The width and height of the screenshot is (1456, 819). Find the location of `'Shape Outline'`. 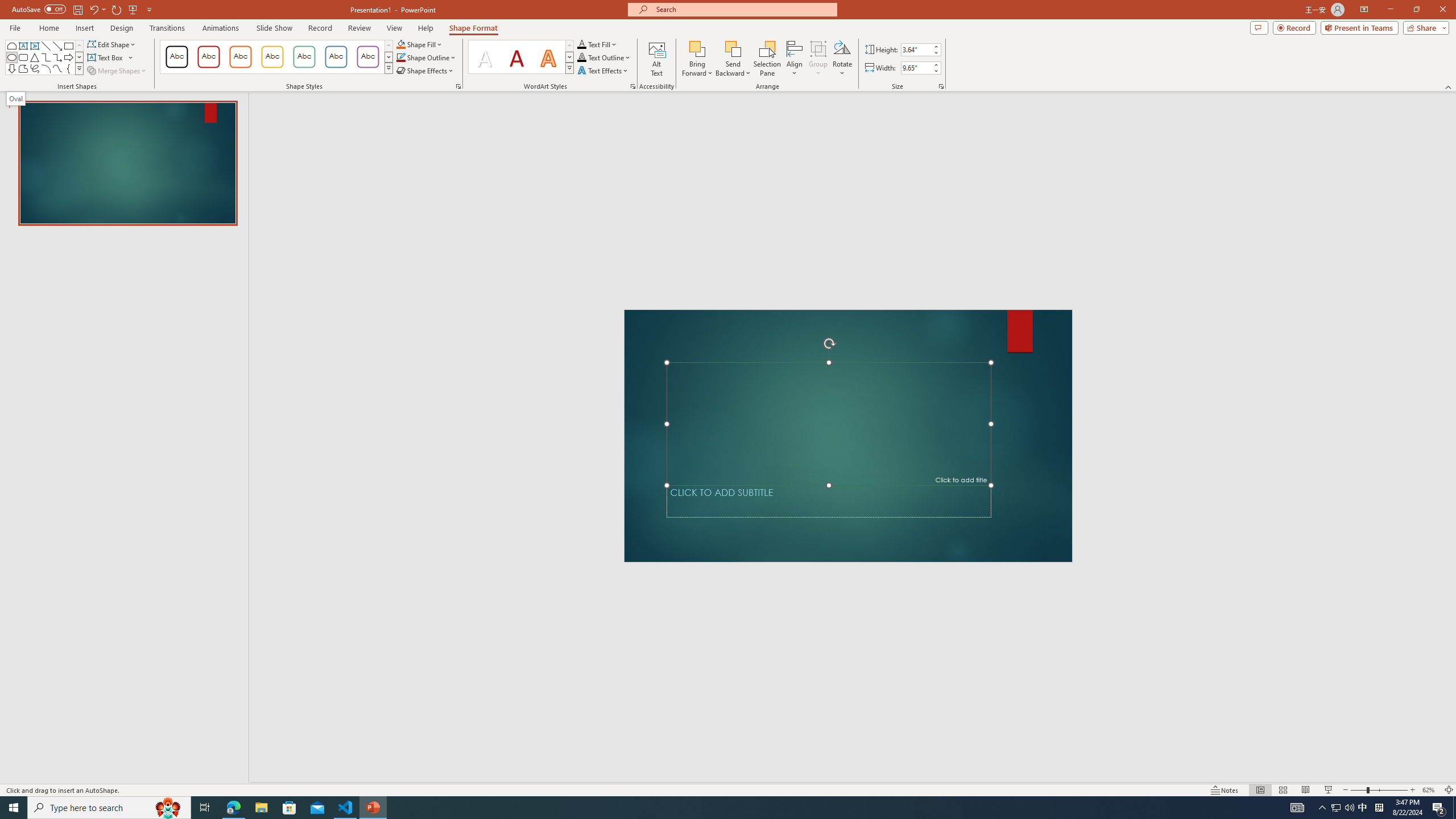

'Shape Outline' is located at coordinates (427, 56).